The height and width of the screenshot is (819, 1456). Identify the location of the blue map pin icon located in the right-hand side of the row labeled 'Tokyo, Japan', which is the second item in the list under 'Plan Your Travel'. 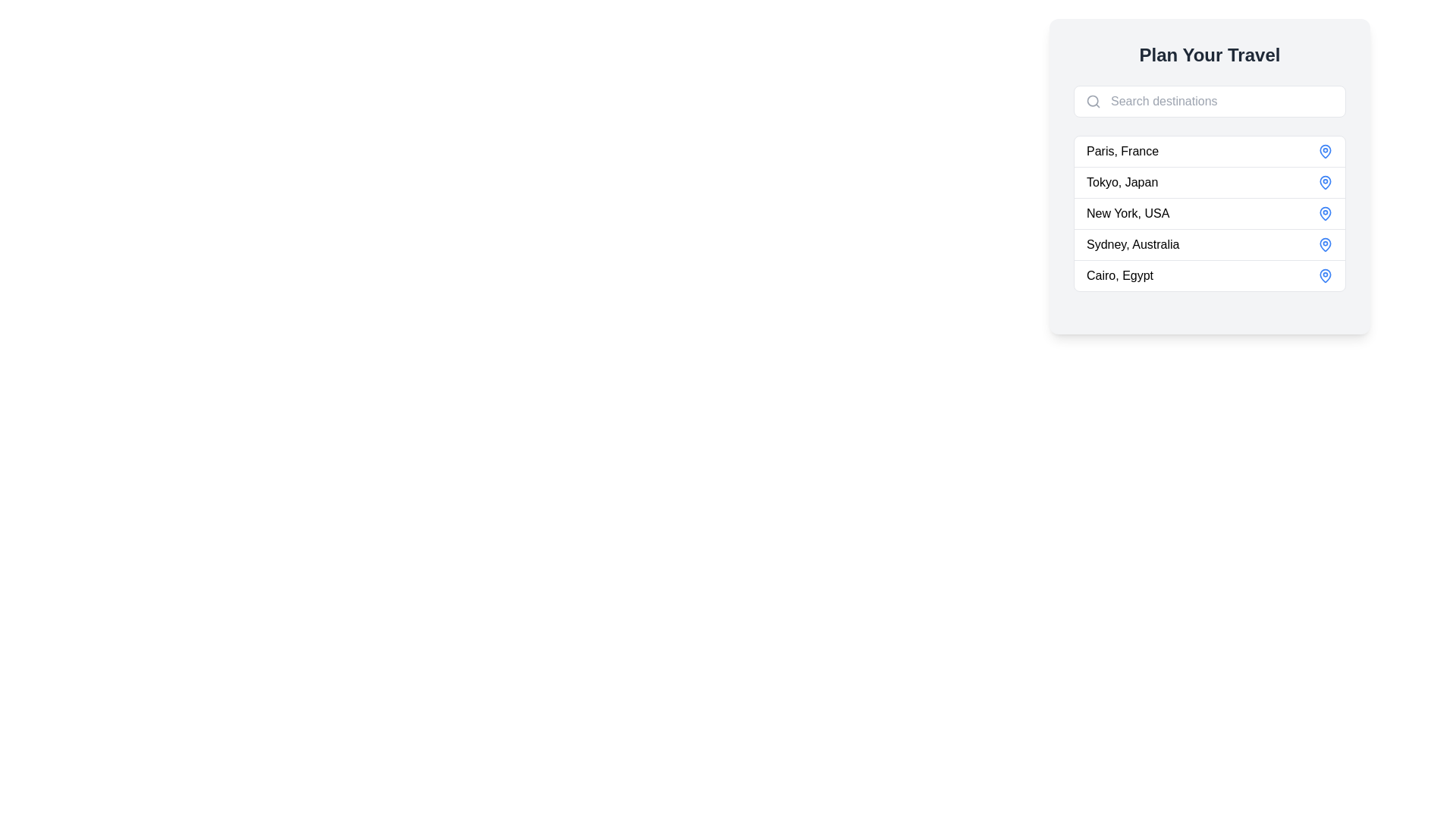
(1324, 181).